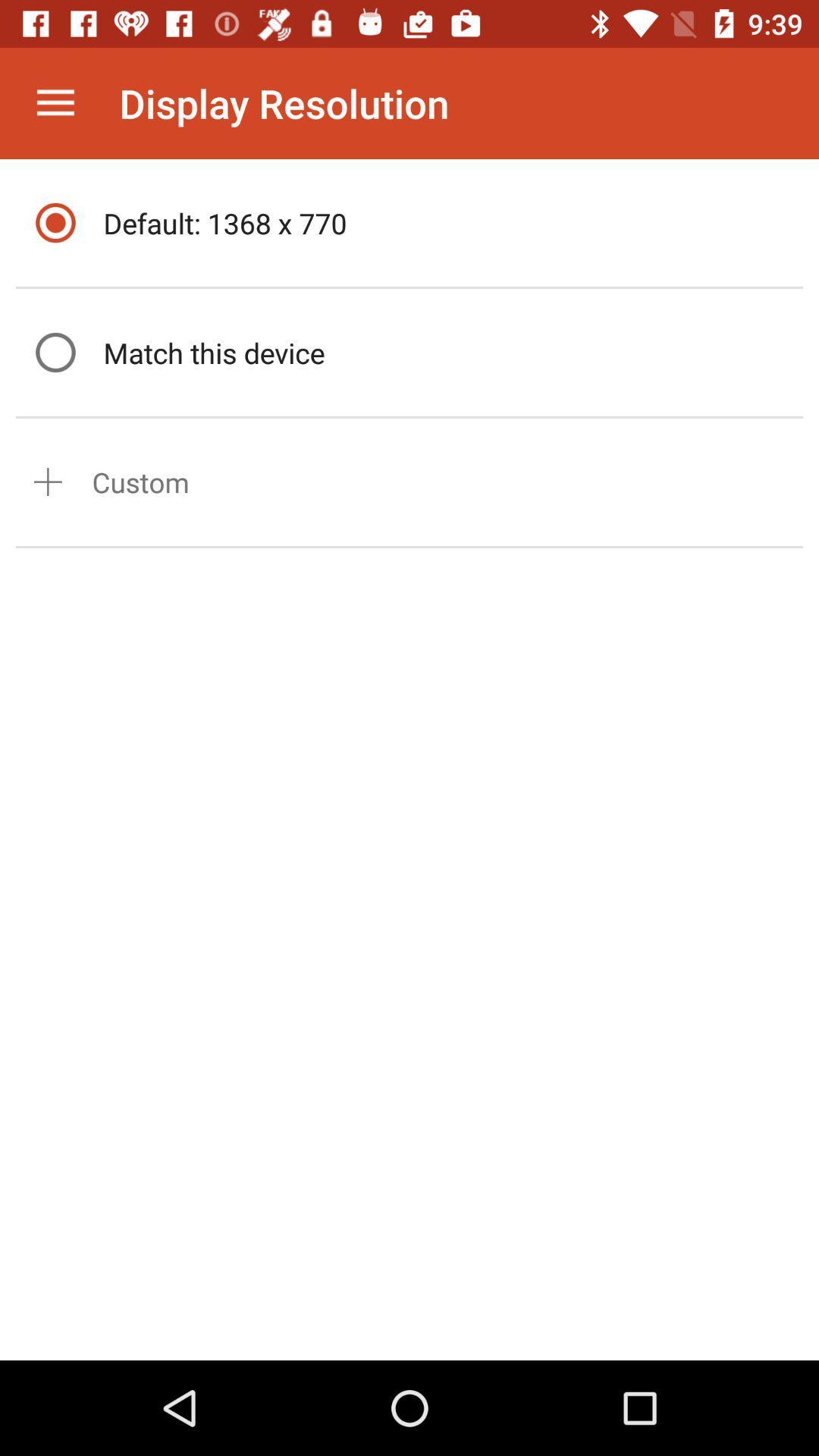 The height and width of the screenshot is (1456, 819). I want to click on the icon next to the display resolution icon, so click(55, 102).